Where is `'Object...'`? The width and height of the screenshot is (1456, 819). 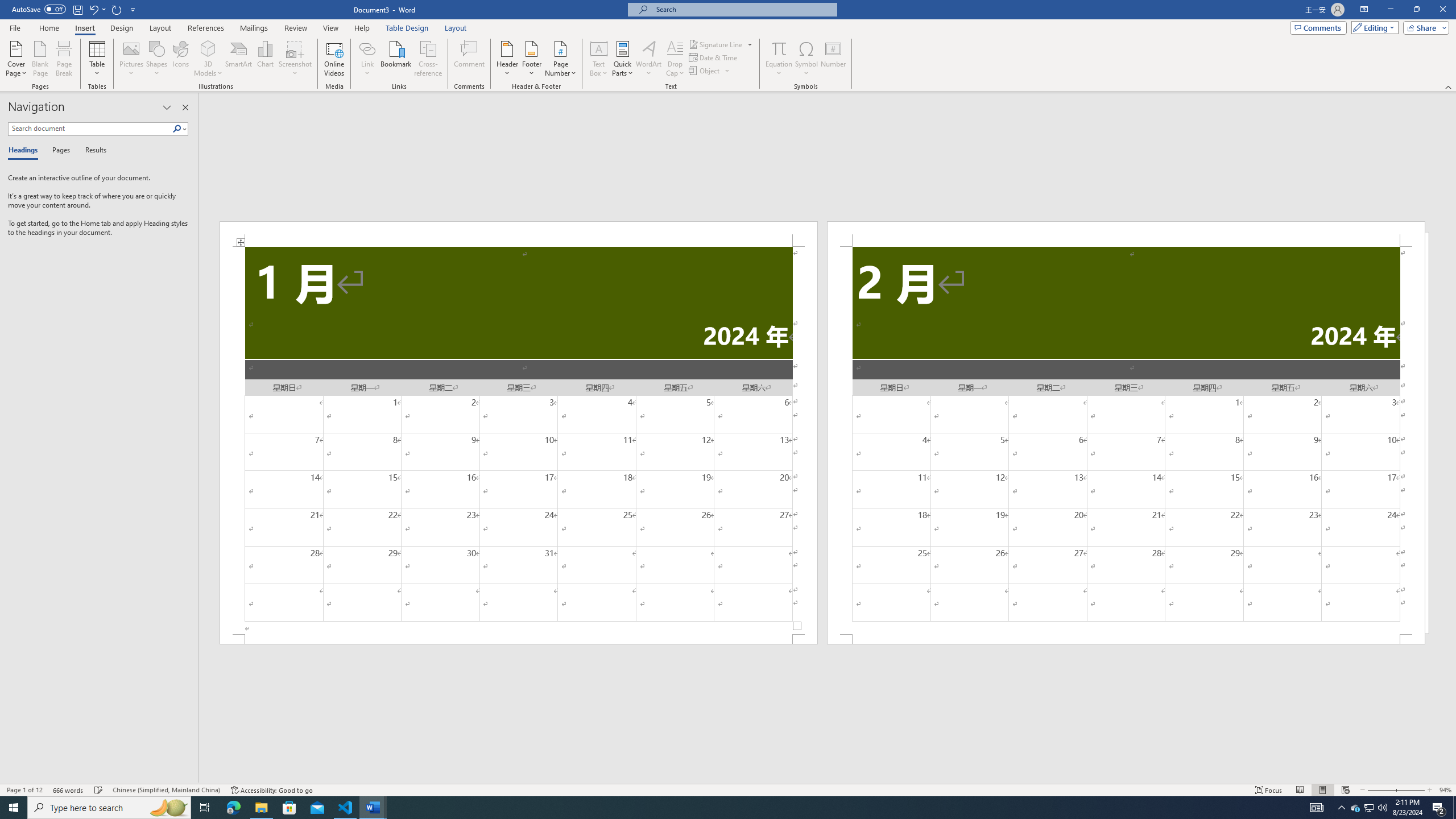
'Object...' is located at coordinates (709, 69).